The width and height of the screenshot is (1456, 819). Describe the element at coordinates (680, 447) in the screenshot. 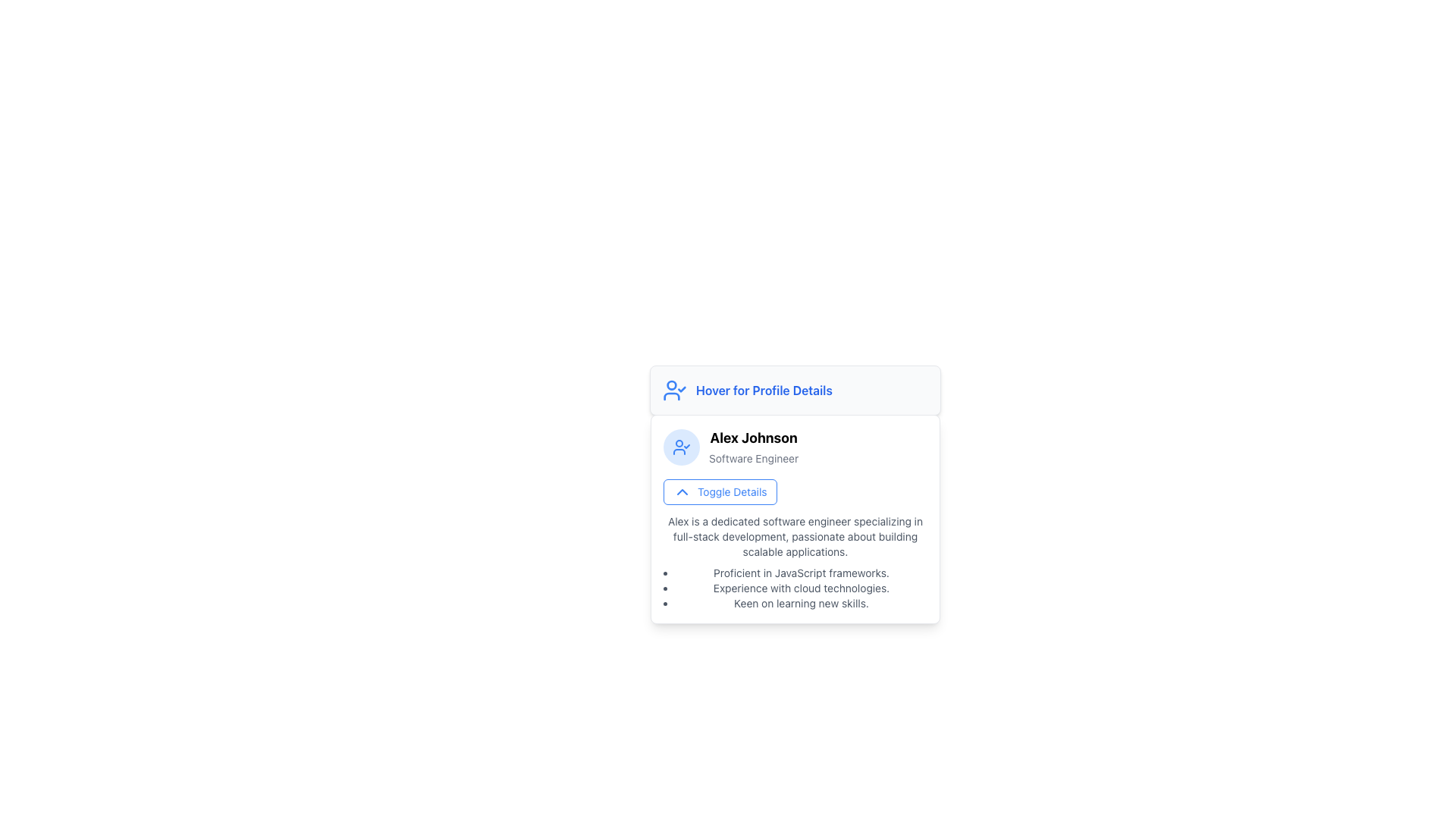

I see `the user silhouette icon with a checkmark in a light blue circular background, located above the name 'Alex Johnson' in the profile card` at that location.